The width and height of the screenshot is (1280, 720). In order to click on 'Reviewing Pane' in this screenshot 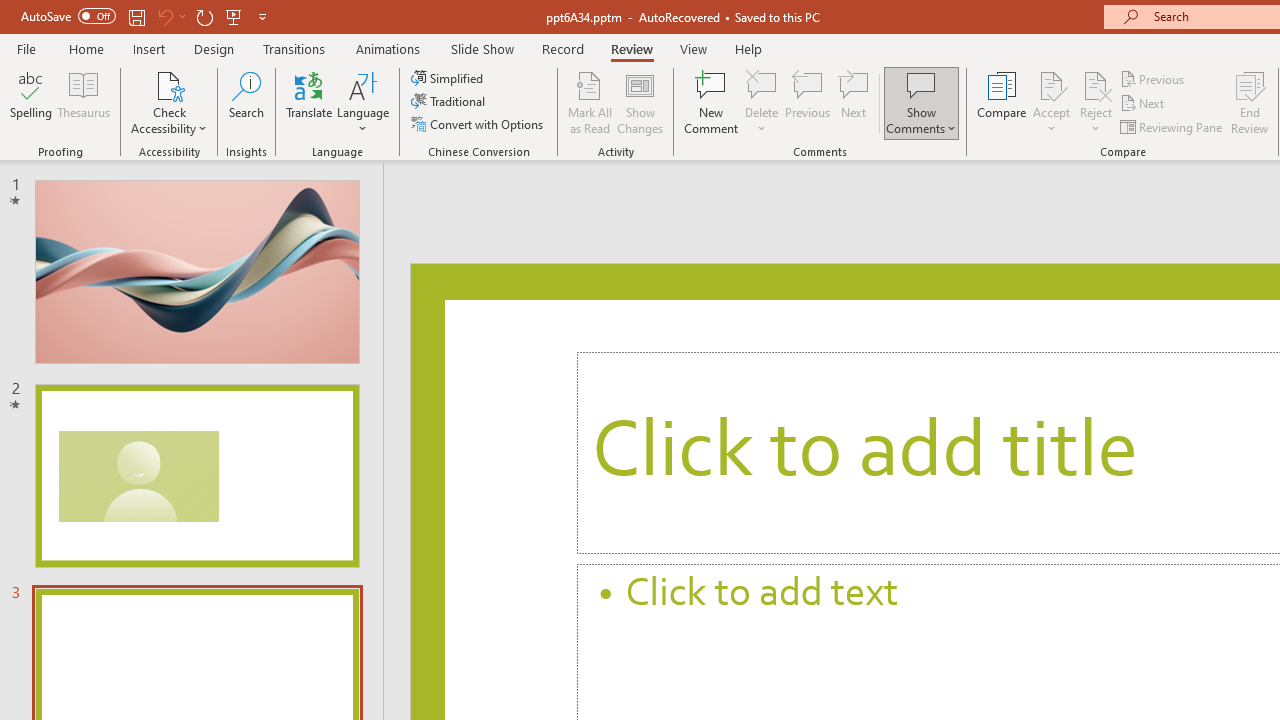, I will do `click(1173, 127)`.